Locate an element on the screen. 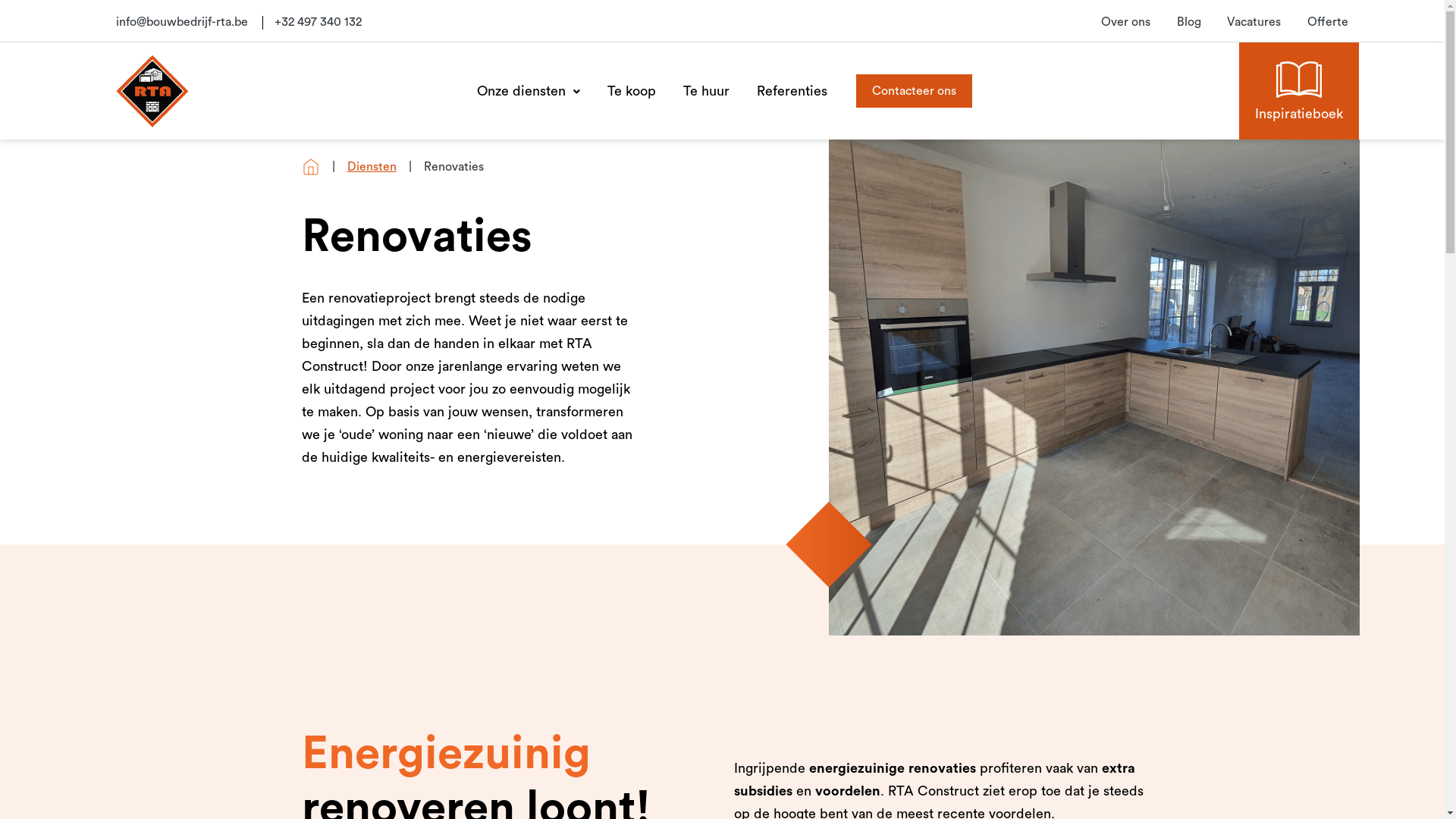 The width and height of the screenshot is (1456, 819). 'Te huur' is located at coordinates (705, 90).